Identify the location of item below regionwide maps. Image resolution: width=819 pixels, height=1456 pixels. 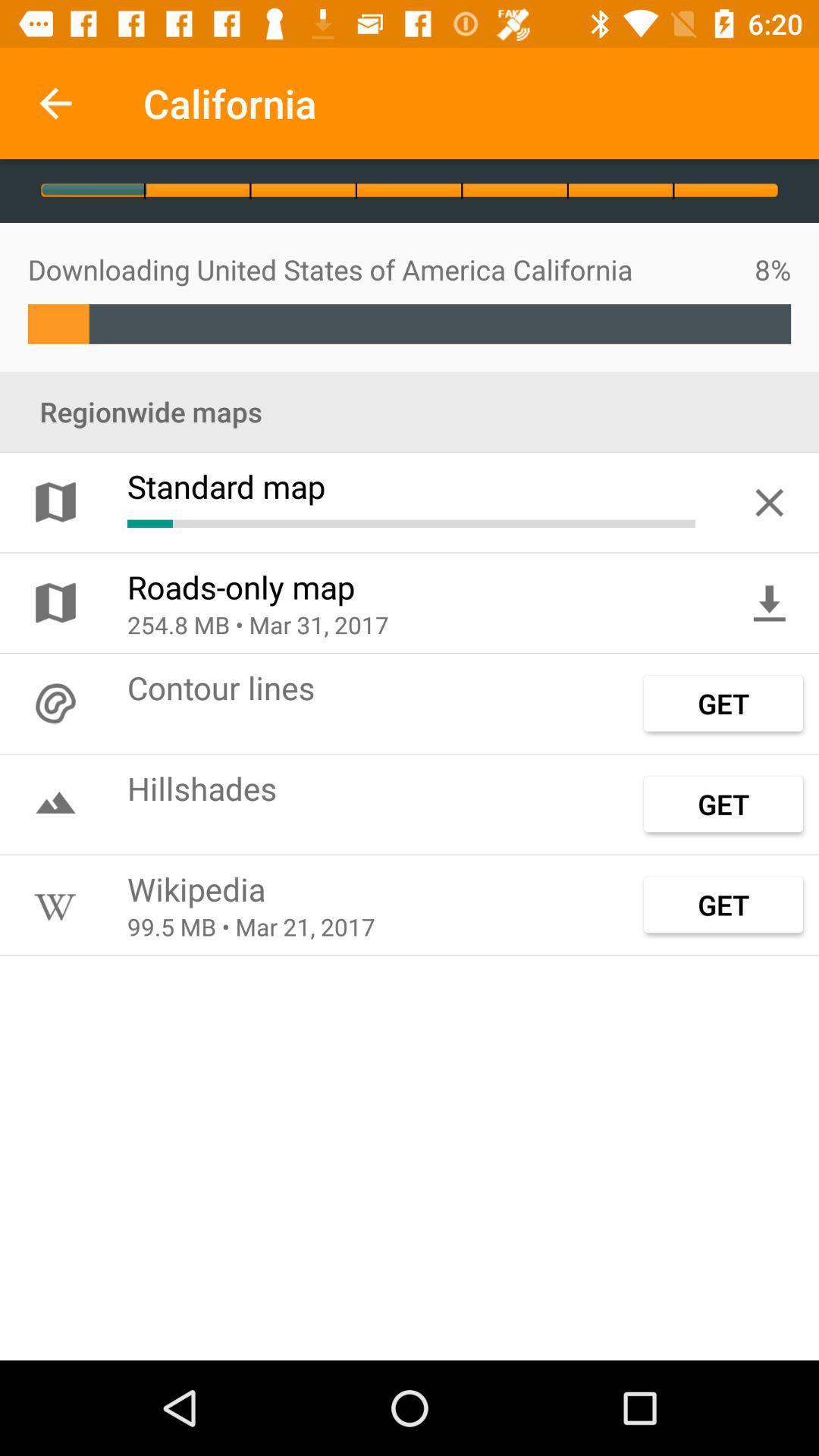
(769, 502).